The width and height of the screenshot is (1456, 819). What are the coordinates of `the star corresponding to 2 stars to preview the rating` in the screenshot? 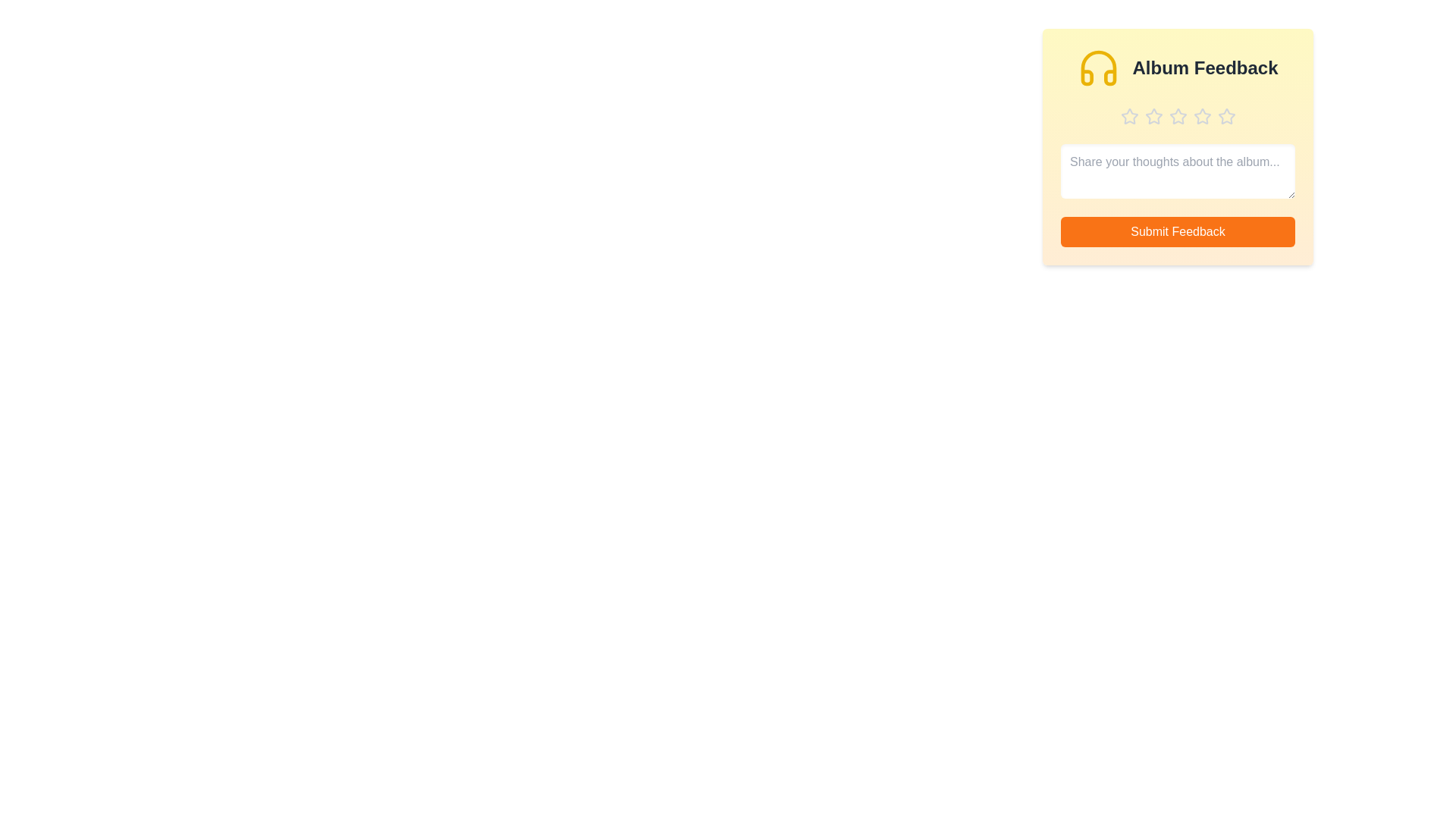 It's located at (1153, 116).